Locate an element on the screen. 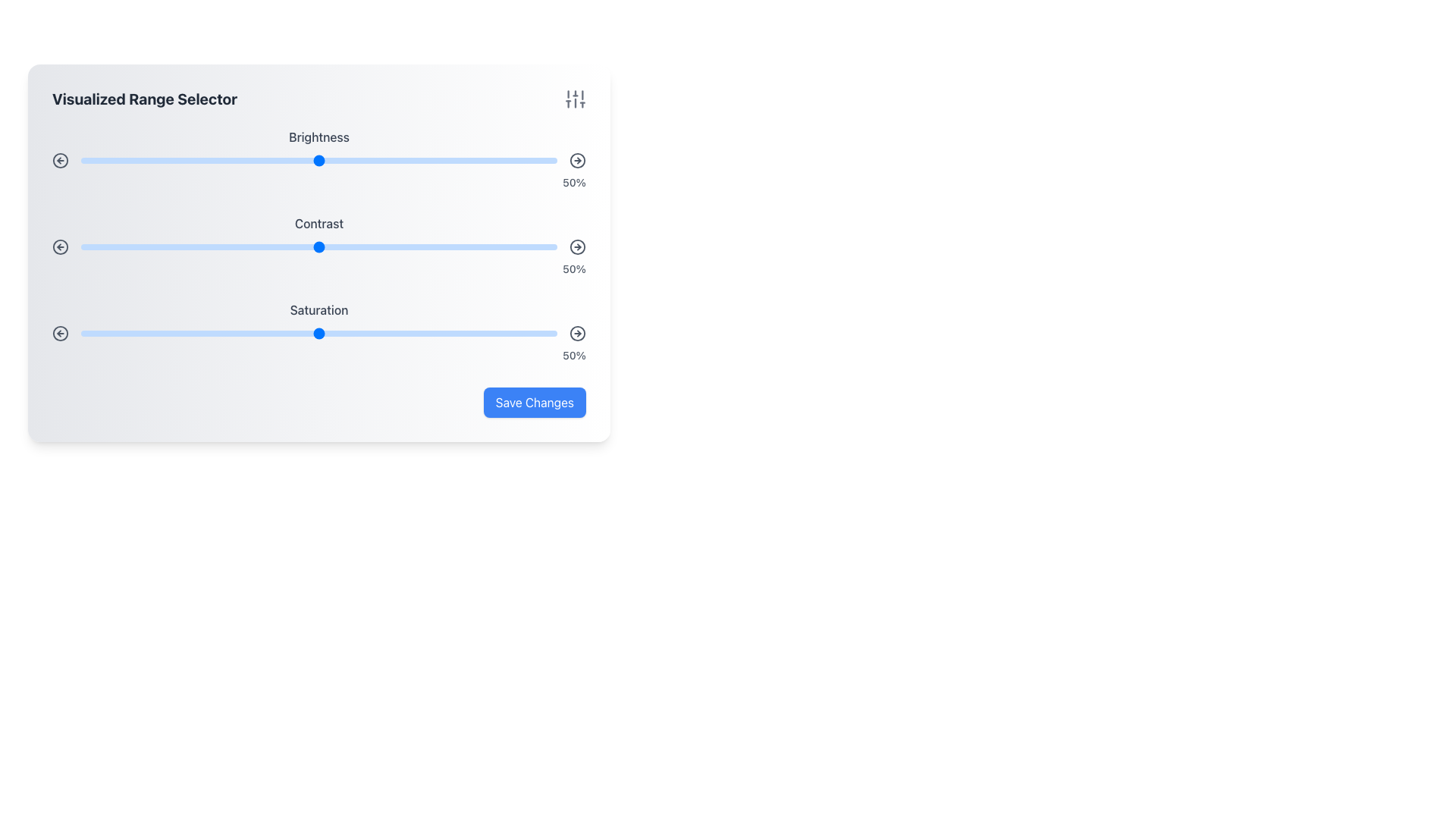  static text label 'Visualized Range Selector' located at the top-left corner of the interface is located at coordinates (145, 99).